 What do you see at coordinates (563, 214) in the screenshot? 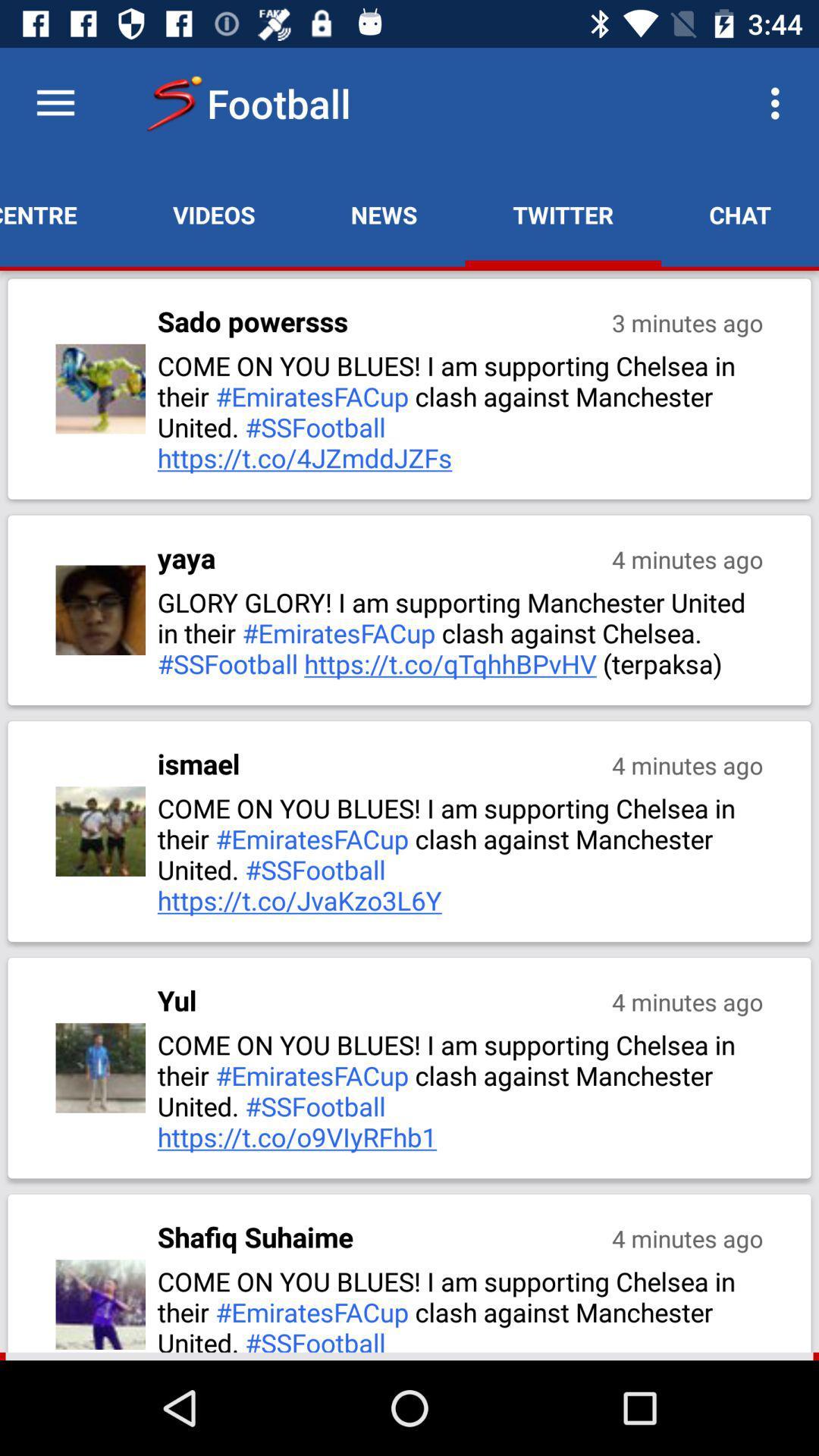
I see `app to the right of news` at bounding box center [563, 214].